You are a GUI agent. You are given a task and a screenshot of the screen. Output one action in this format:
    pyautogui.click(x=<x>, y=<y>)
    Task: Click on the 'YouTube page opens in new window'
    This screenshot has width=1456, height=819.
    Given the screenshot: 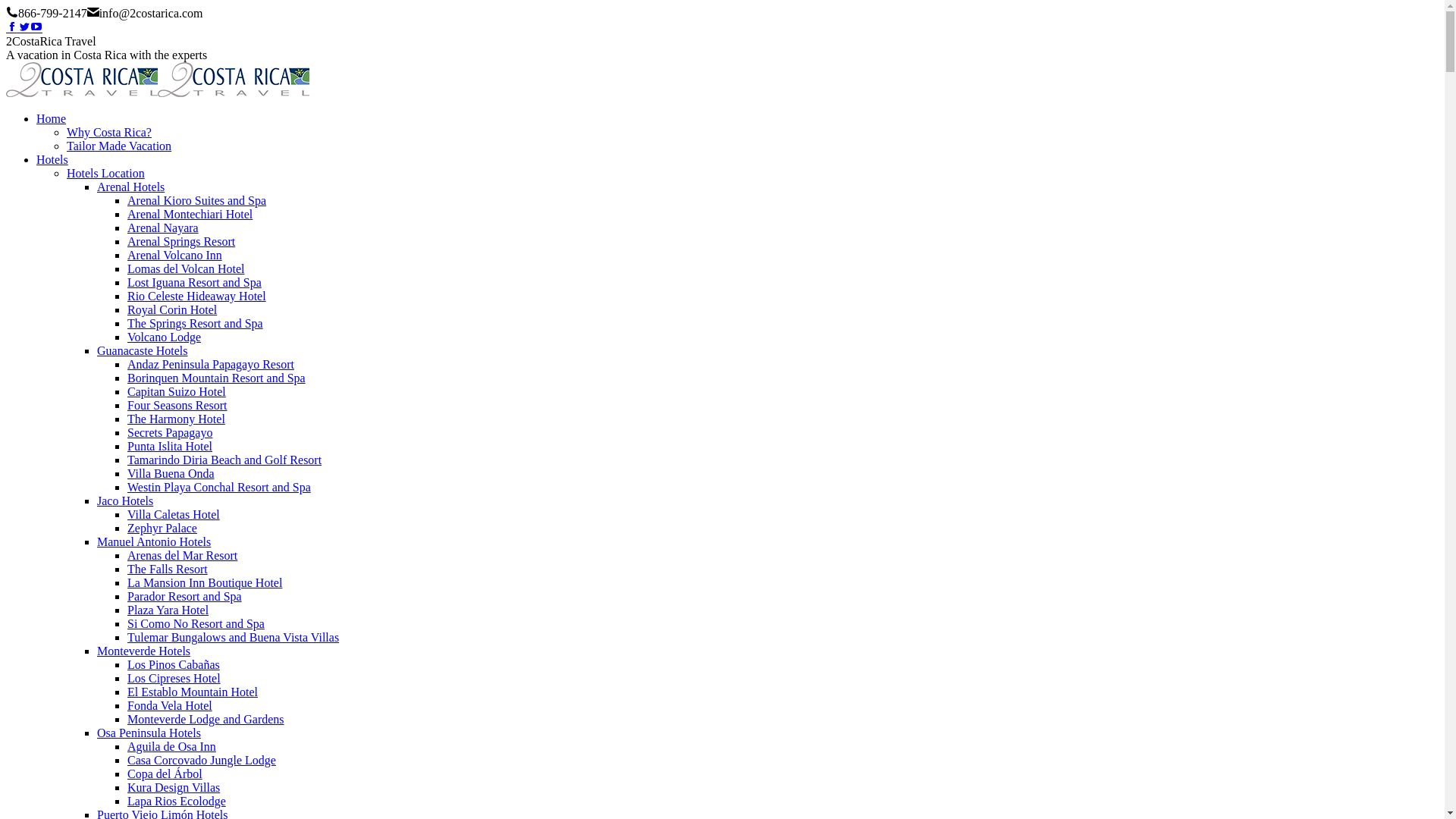 What is the action you would take?
    pyautogui.click(x=36, y=27)
    